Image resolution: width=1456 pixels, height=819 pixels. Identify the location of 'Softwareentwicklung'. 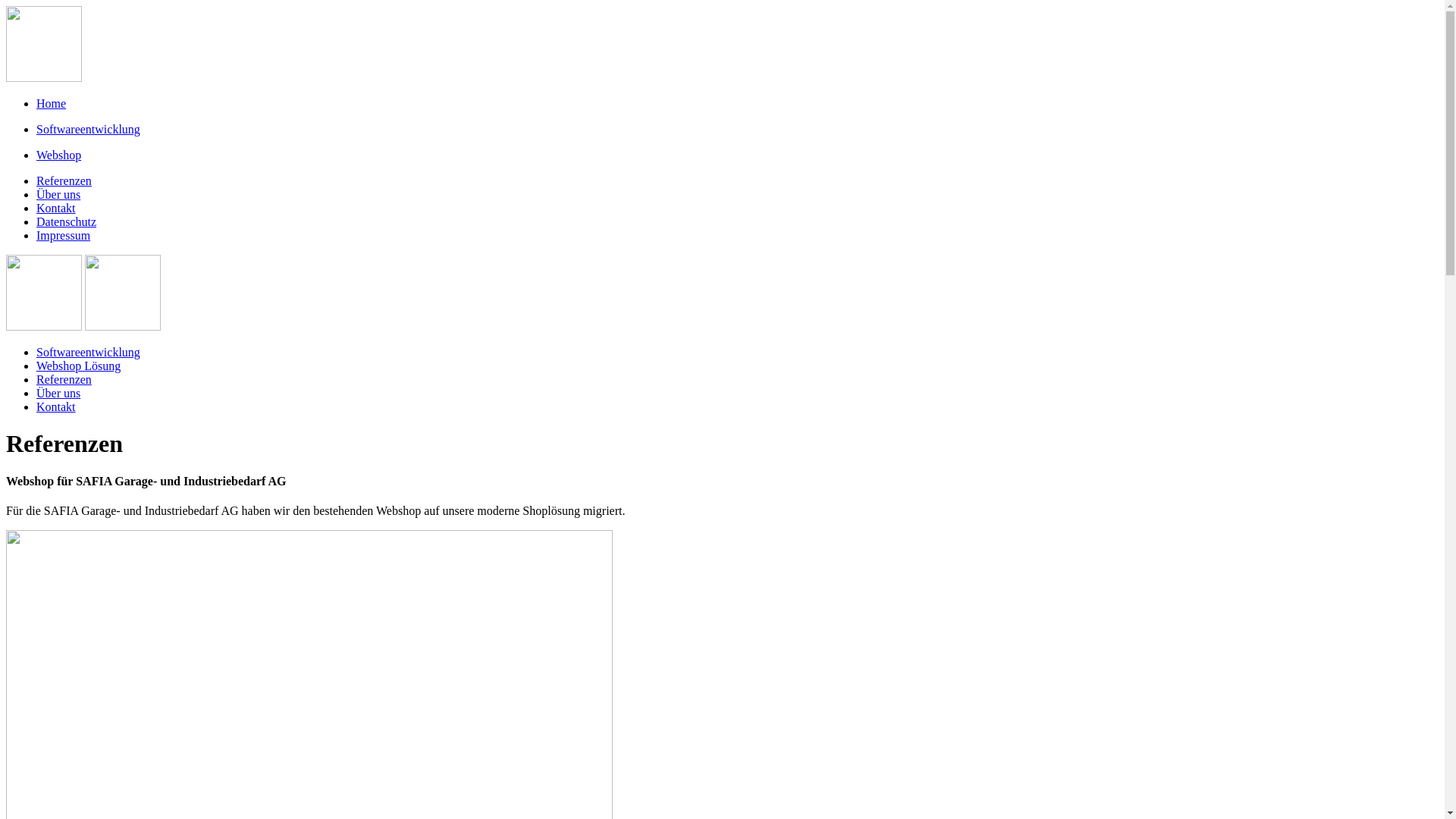
(36, 128).